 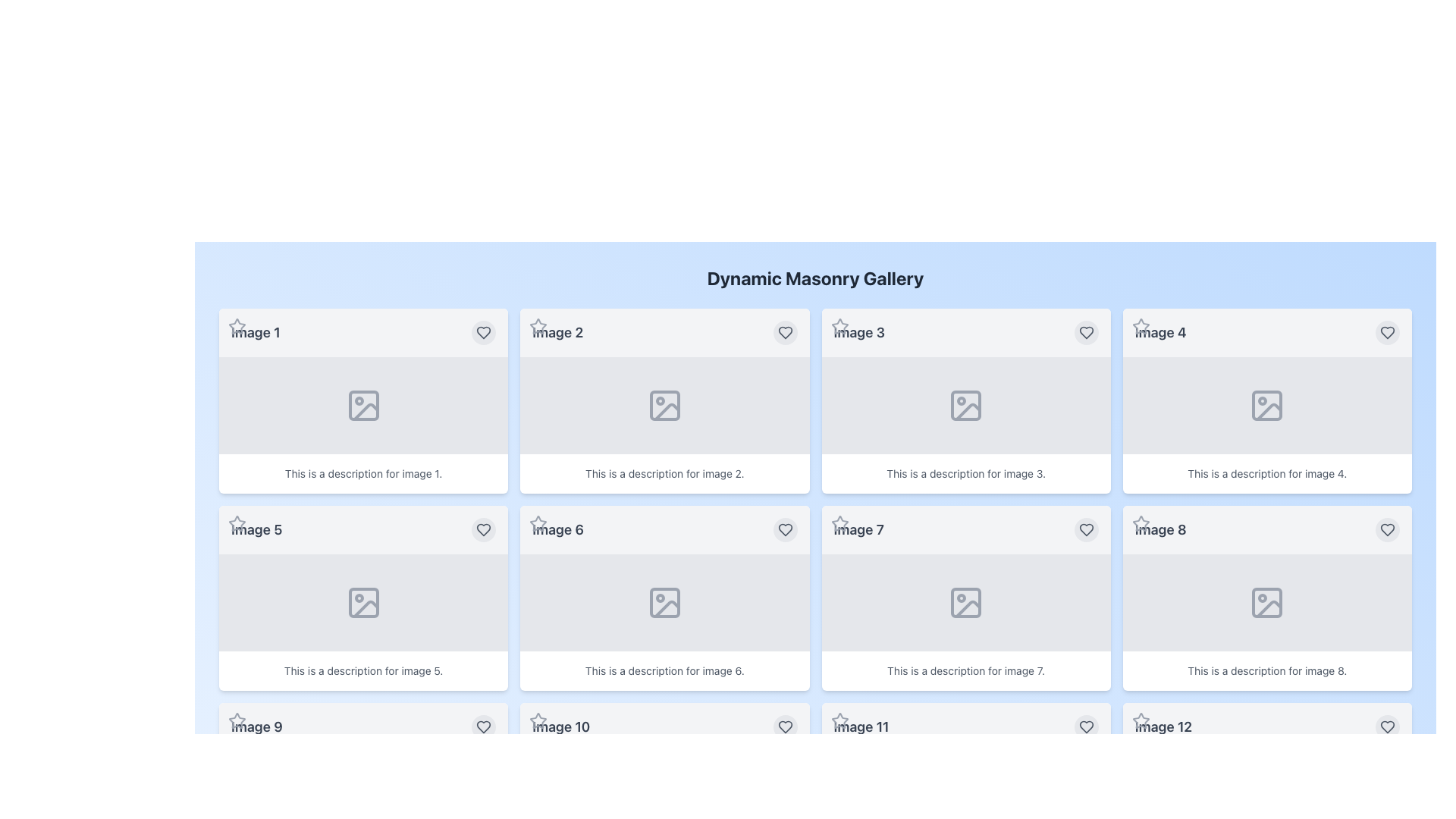 What do you see at coordinates (965, 405) in the screenshot?
I see `the photo icon within the card labeled 'Image 3' in the dynamic masonry gallery layout, which is represented by a rectangle with a circular dot and a diagonal line suggesting a mountain or wave` at bounding box center [965, 405].